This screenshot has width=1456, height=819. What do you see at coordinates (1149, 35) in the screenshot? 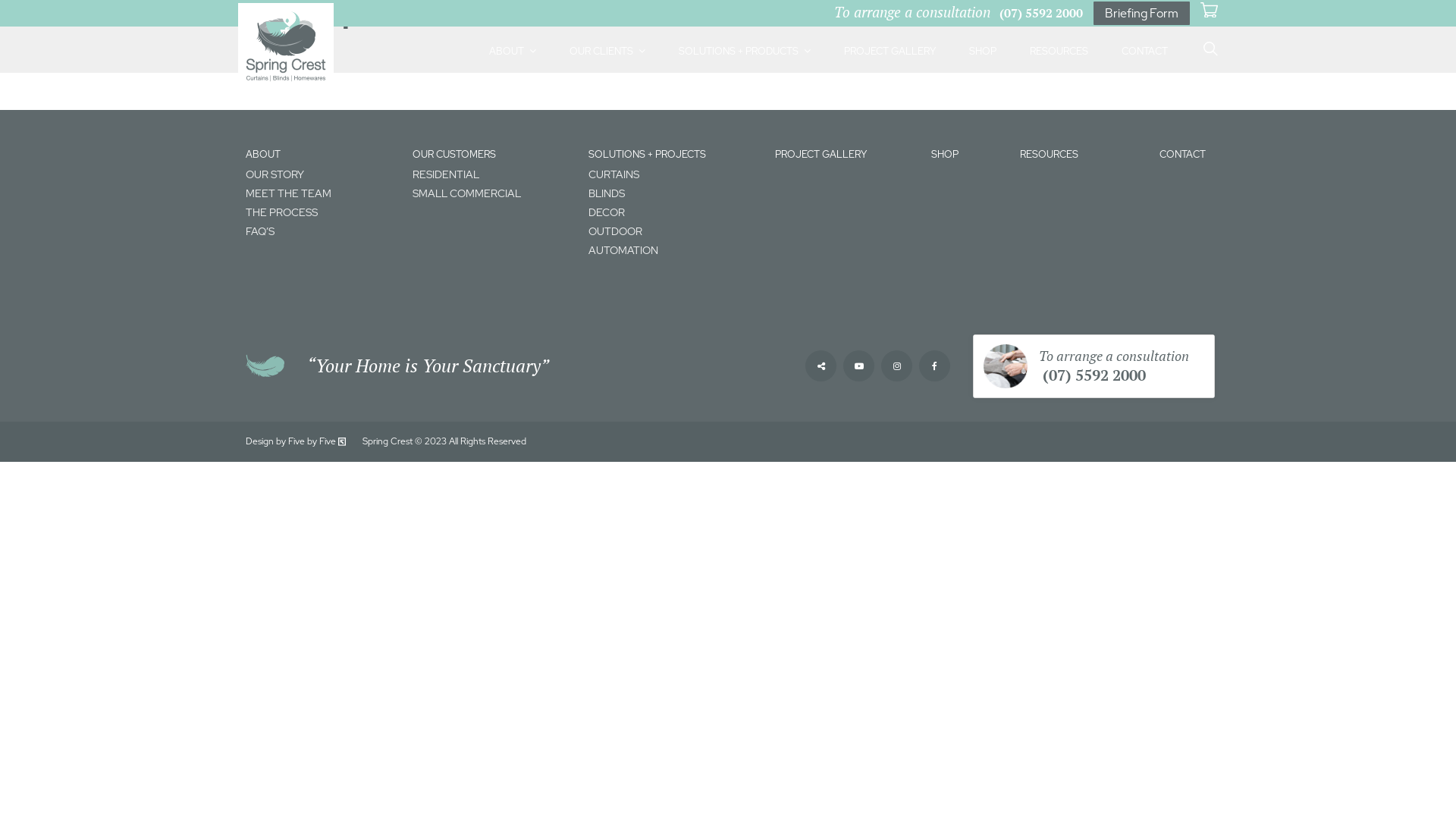
I see `'Search'` at bounding box center [1149, 35].